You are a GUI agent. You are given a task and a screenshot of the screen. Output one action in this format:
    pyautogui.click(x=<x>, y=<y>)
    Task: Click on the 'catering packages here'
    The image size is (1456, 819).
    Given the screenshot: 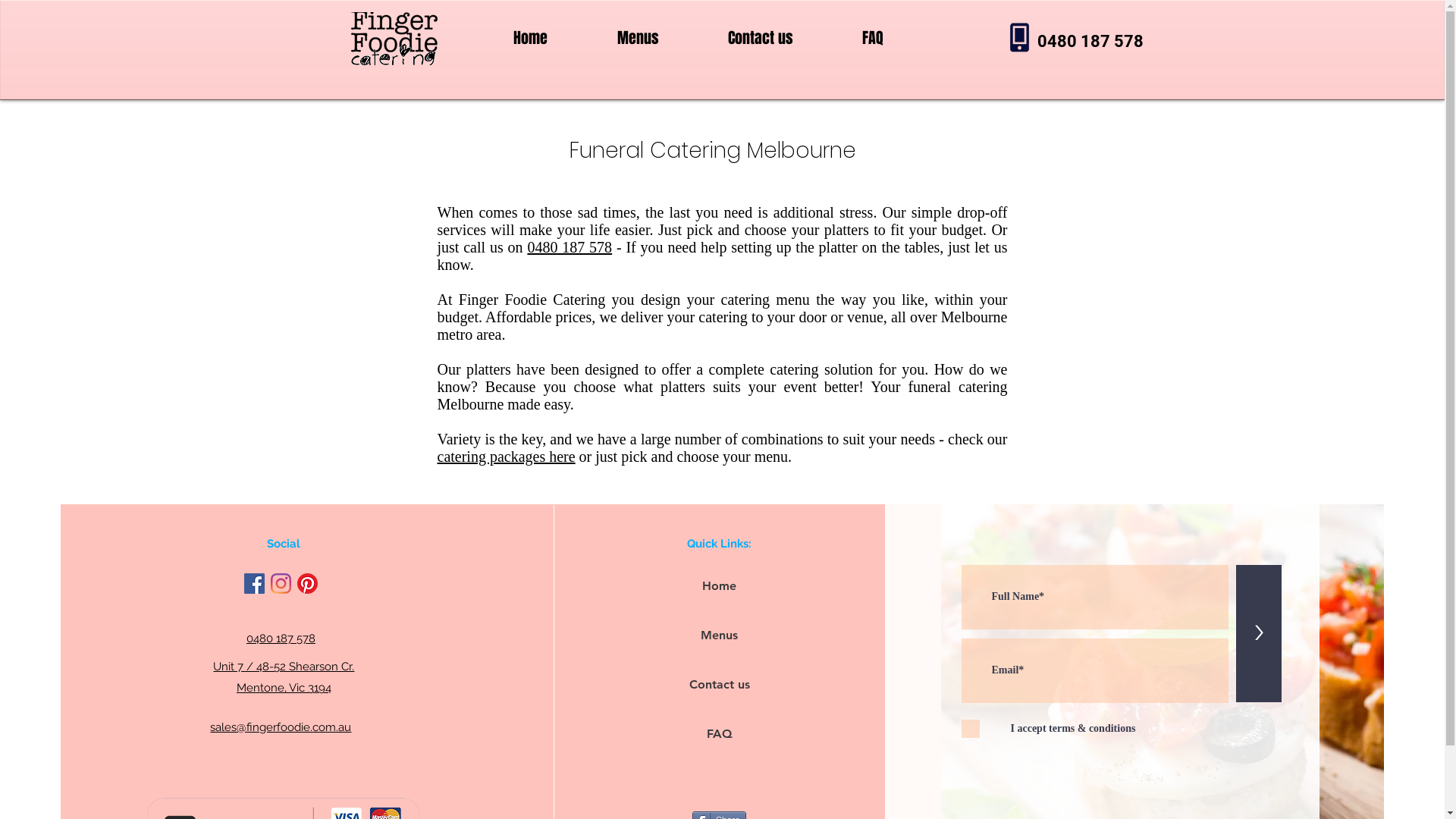 What is the action you would take?
    pyautogui.click(x=506, y=455)
    